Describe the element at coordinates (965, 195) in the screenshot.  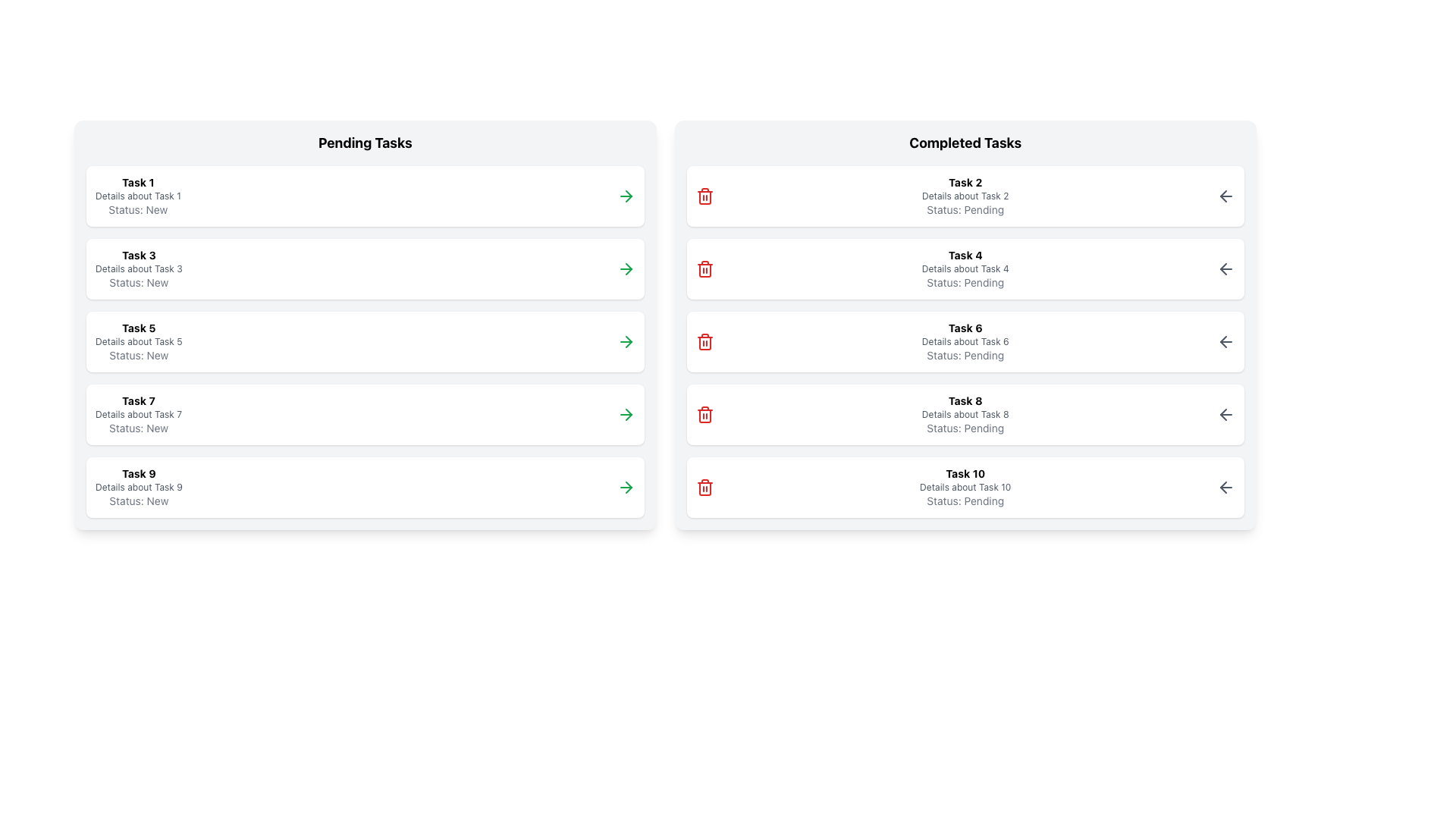
I see `the text label providing additional descriptive information specific to 'Task 2', which is located below the title 'Task 2' and above the line indicating 'Status: Pending' in the second item of the 'Completed Tasks' list` at that location.